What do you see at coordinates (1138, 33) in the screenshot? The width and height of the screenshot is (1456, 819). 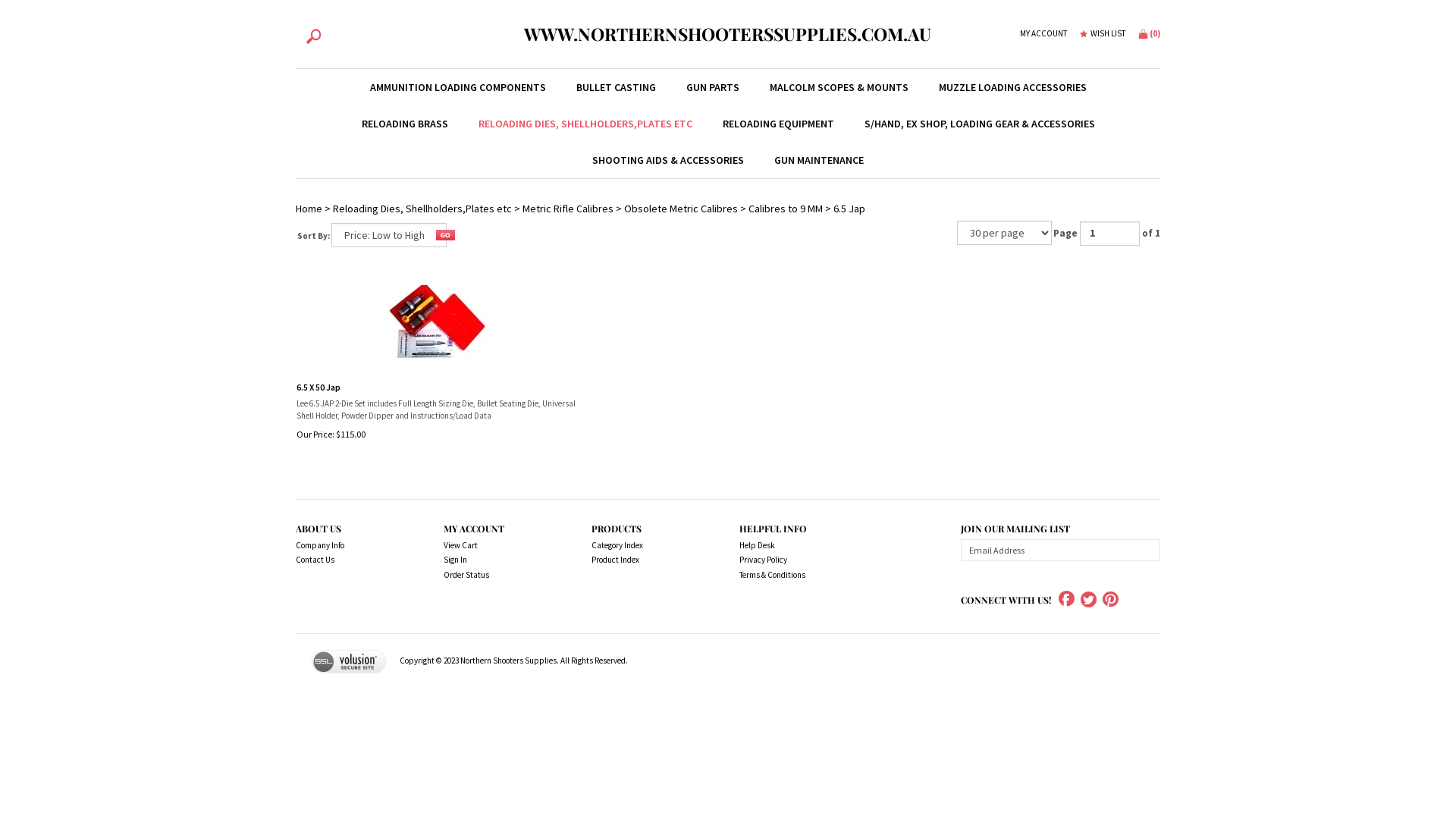 I see `'(0)'` at bounding box center [1138, 33].